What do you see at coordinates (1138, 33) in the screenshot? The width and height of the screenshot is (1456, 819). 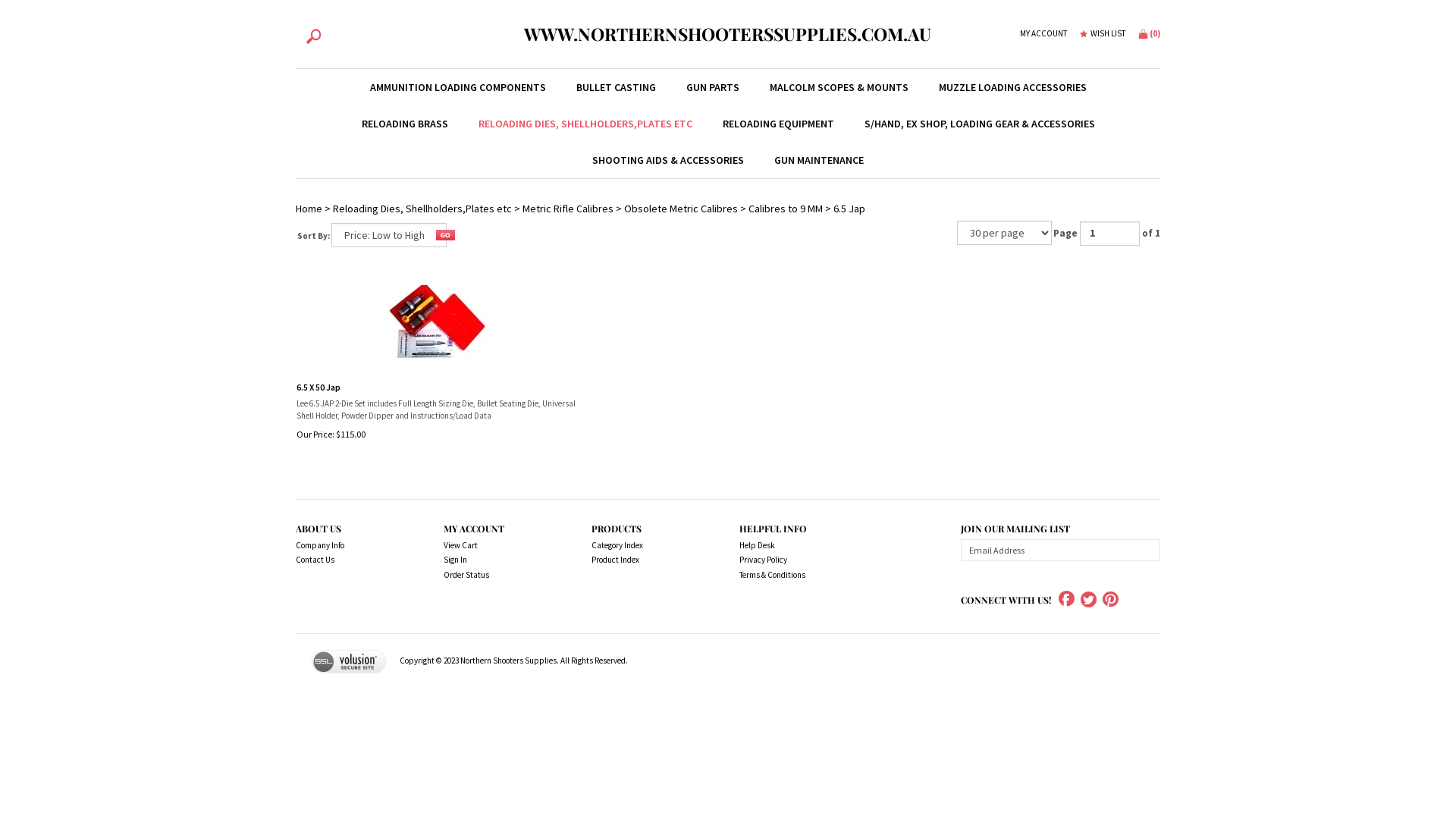 I see `'(0)'` at bounding box center [1138, 33].